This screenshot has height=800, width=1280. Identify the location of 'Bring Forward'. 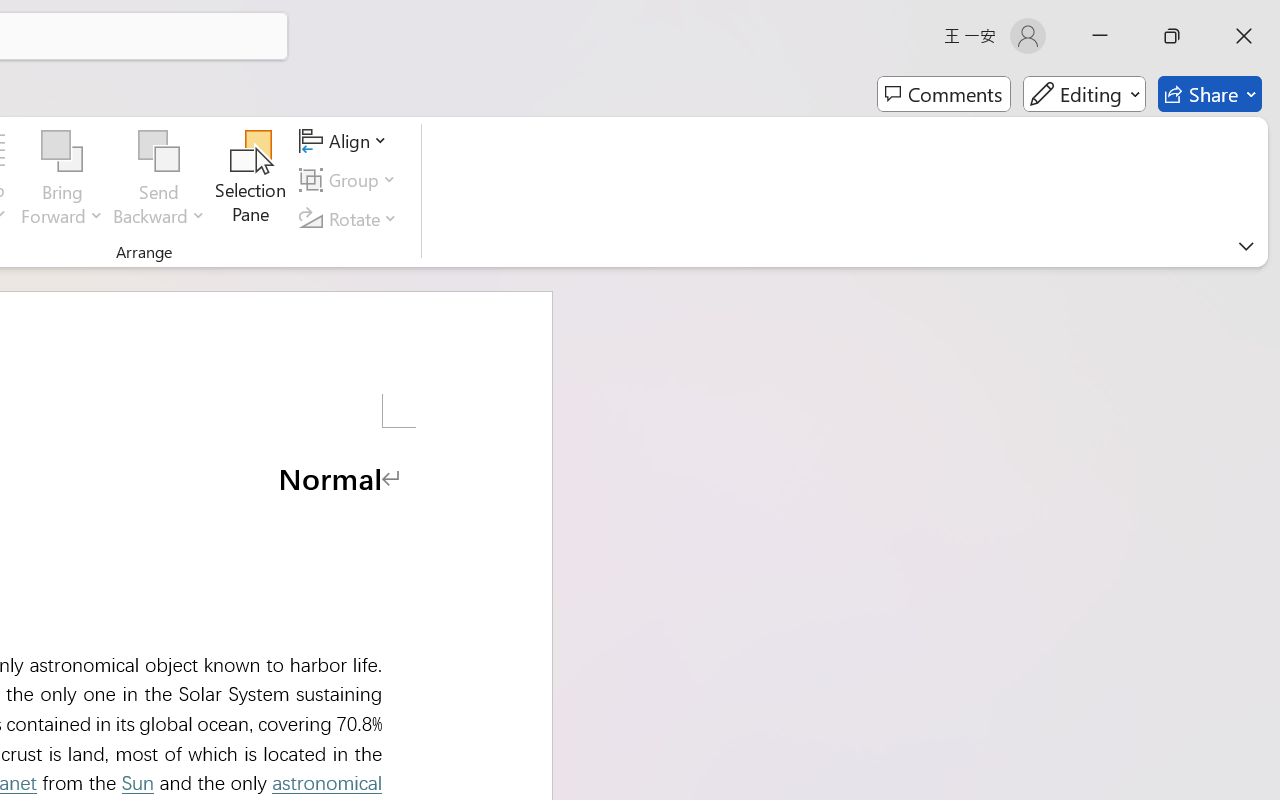
(62, 179).